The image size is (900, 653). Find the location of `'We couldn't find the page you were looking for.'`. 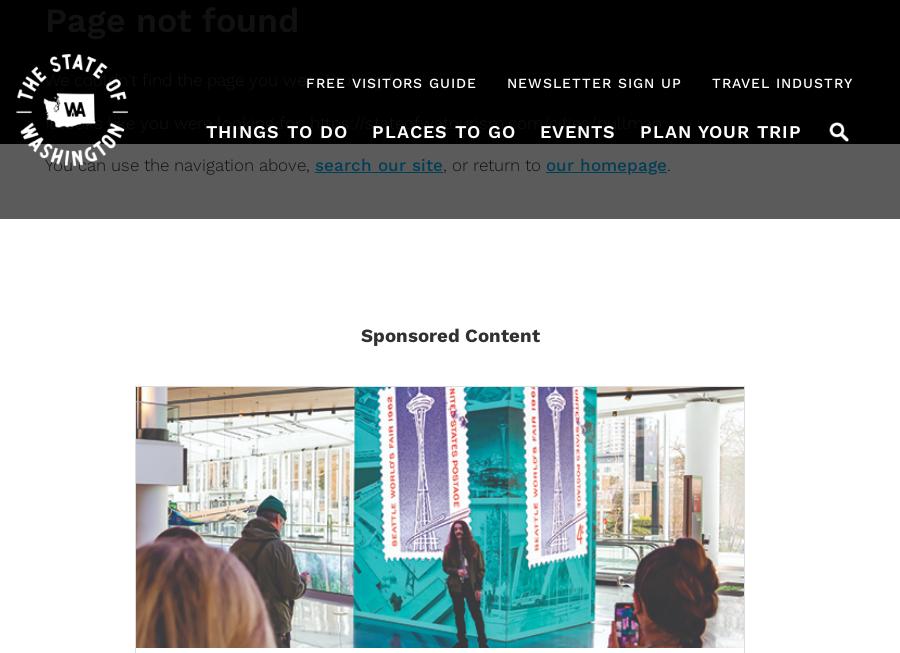

'We couldn't find the page you were looking for.' is located at coordinates (44, 78).